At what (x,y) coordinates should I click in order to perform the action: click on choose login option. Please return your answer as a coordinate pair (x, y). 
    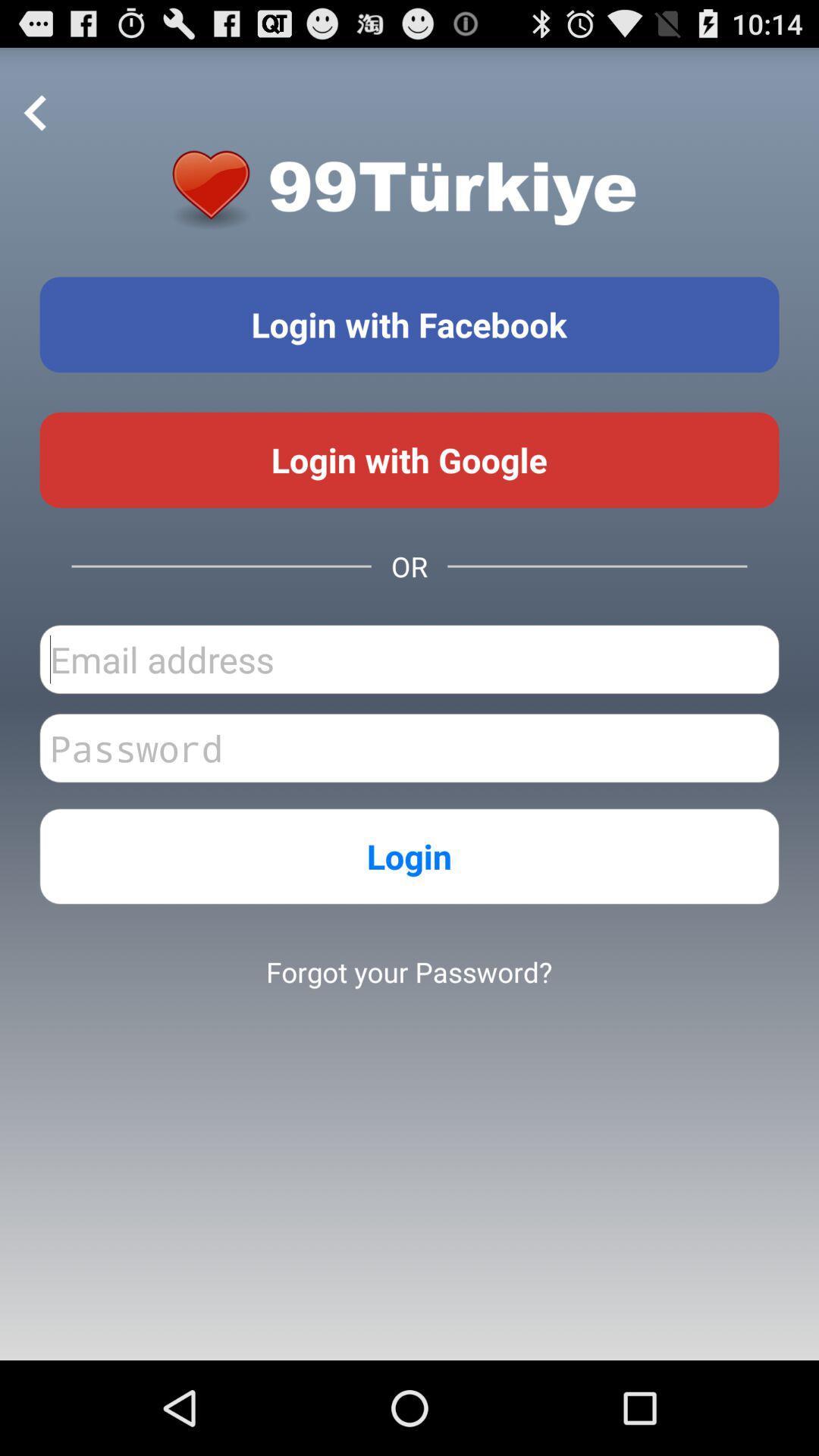
    Looking at the image, I should click on (409, 324).